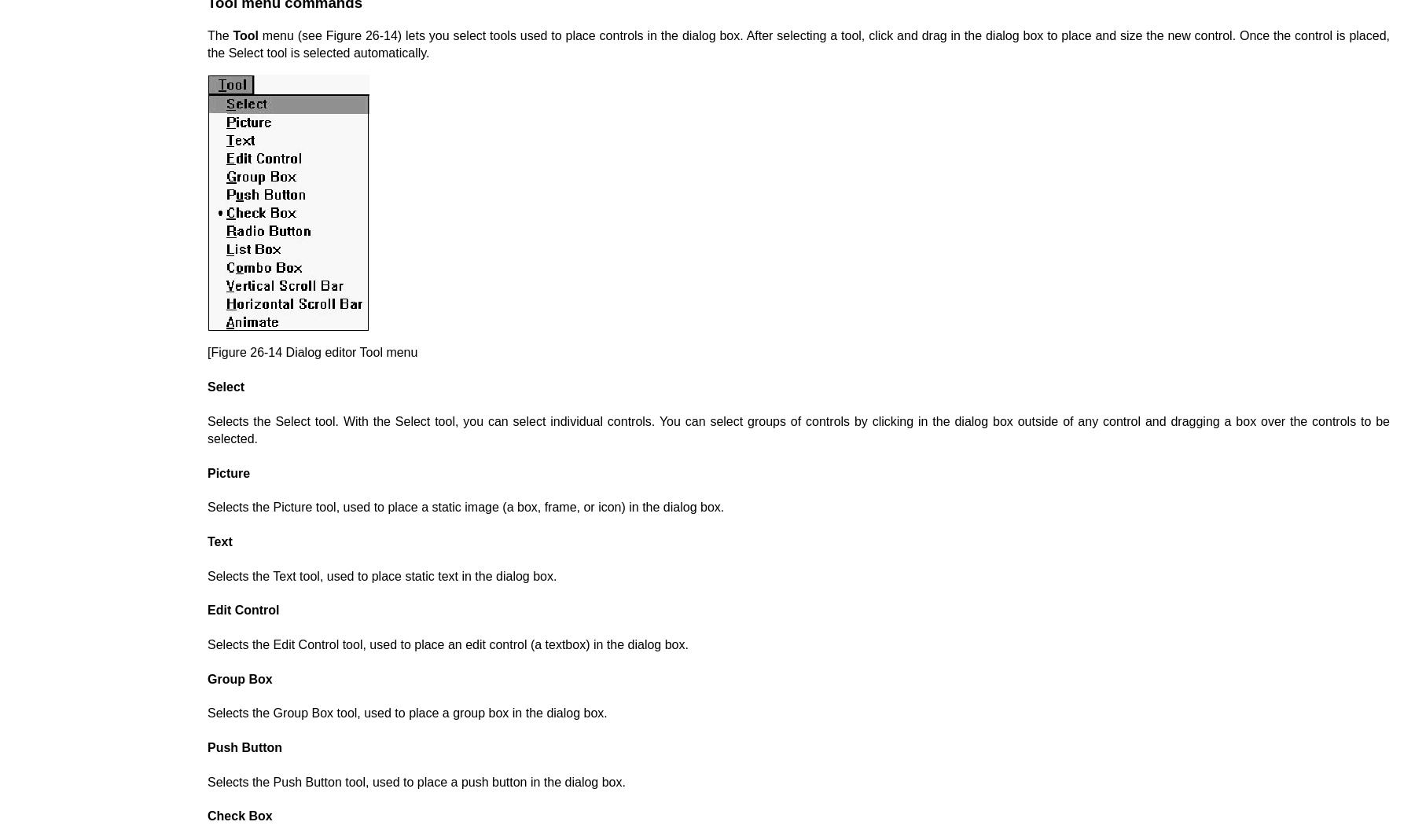 The image size is (1415, 840). Describe the element at coordinates (207, 712) in the screenshot. I see `'Selects the Group Box tool, used to place a group box in the dialog 
box.'` at that location.